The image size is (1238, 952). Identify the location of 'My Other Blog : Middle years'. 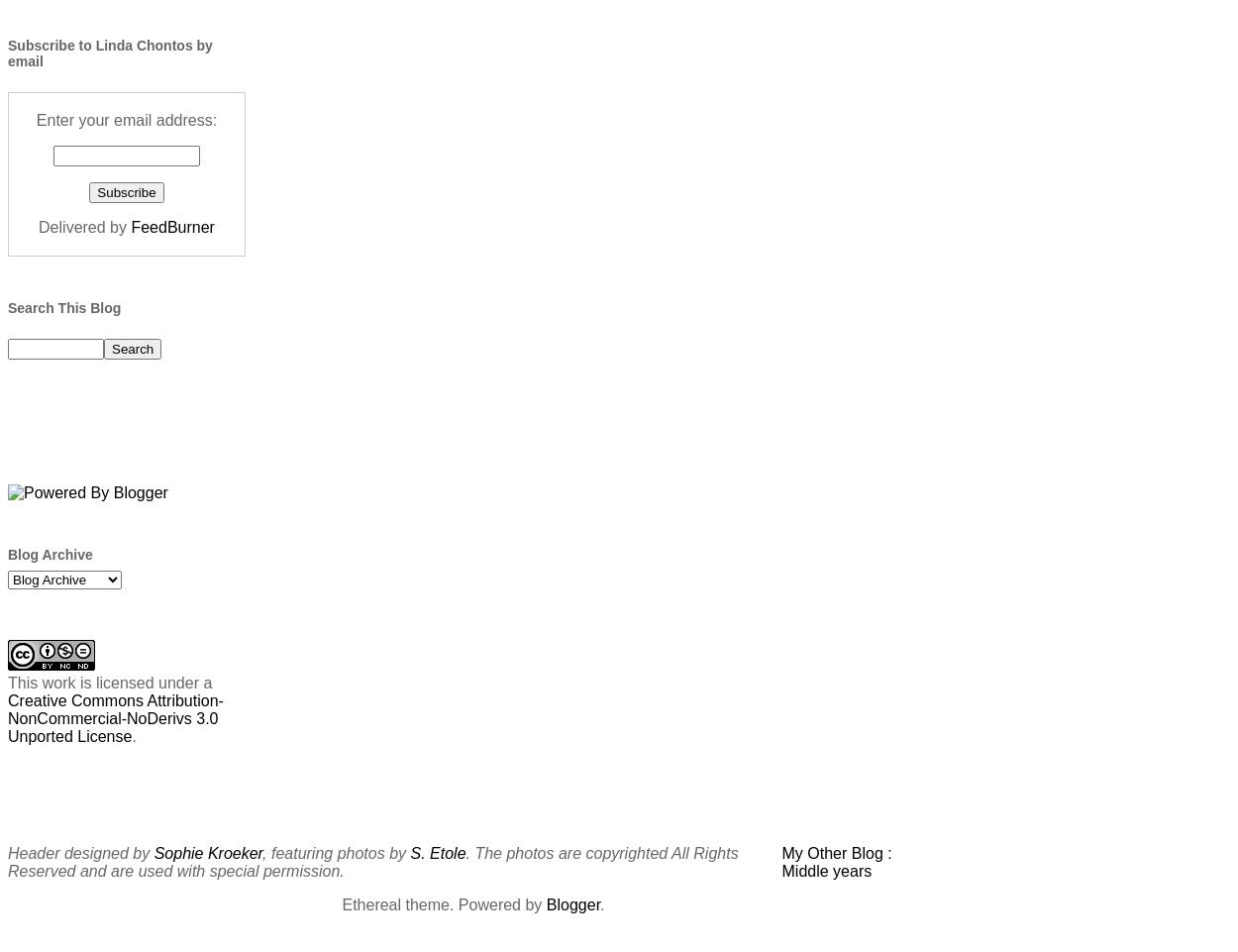
(835, 860).